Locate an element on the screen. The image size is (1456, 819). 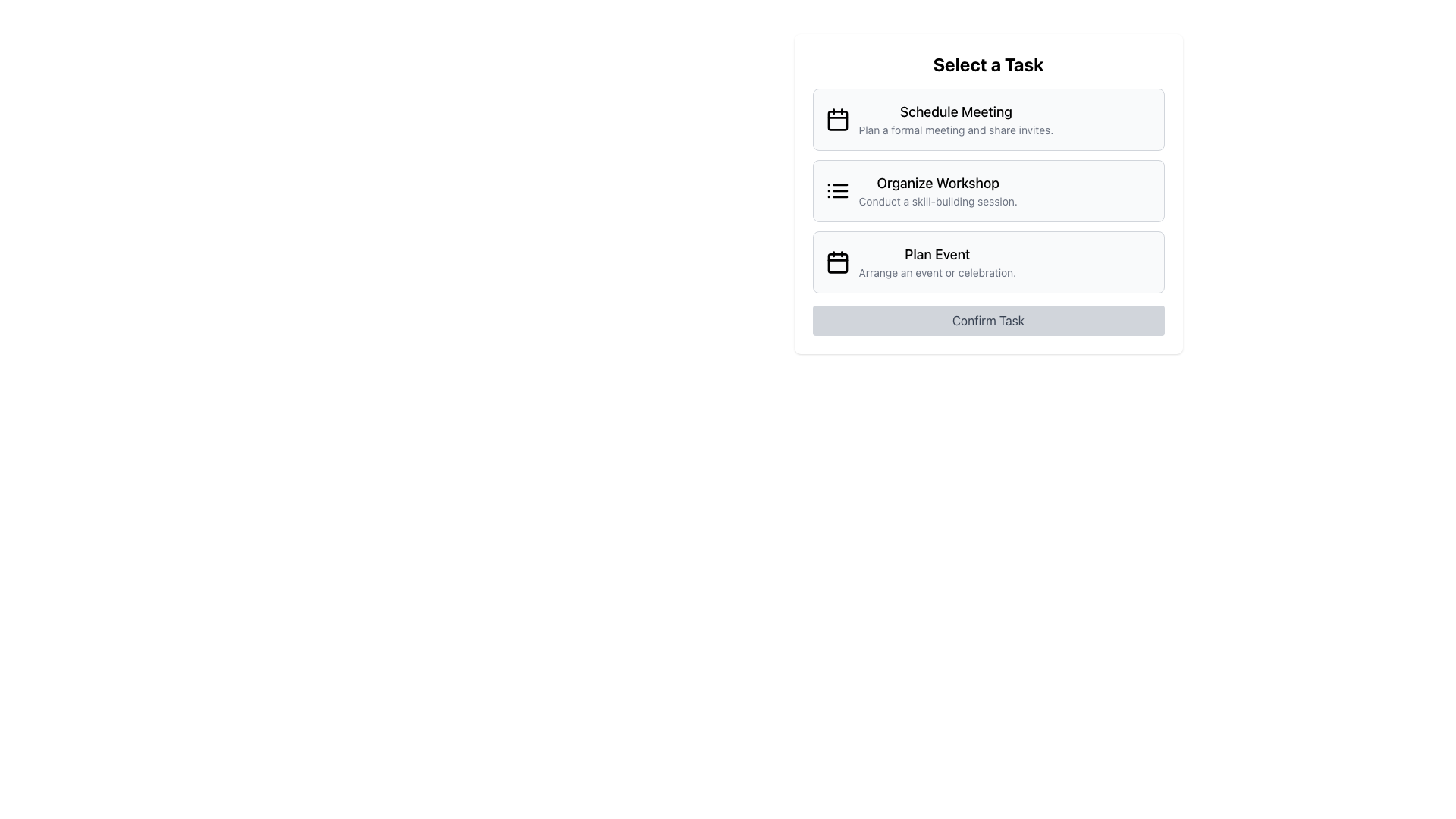
the minimalist calendar icon located in the top-left corner of the 'Schedule Meeting' option in the task selection panel is located at coordinates (836, 119).